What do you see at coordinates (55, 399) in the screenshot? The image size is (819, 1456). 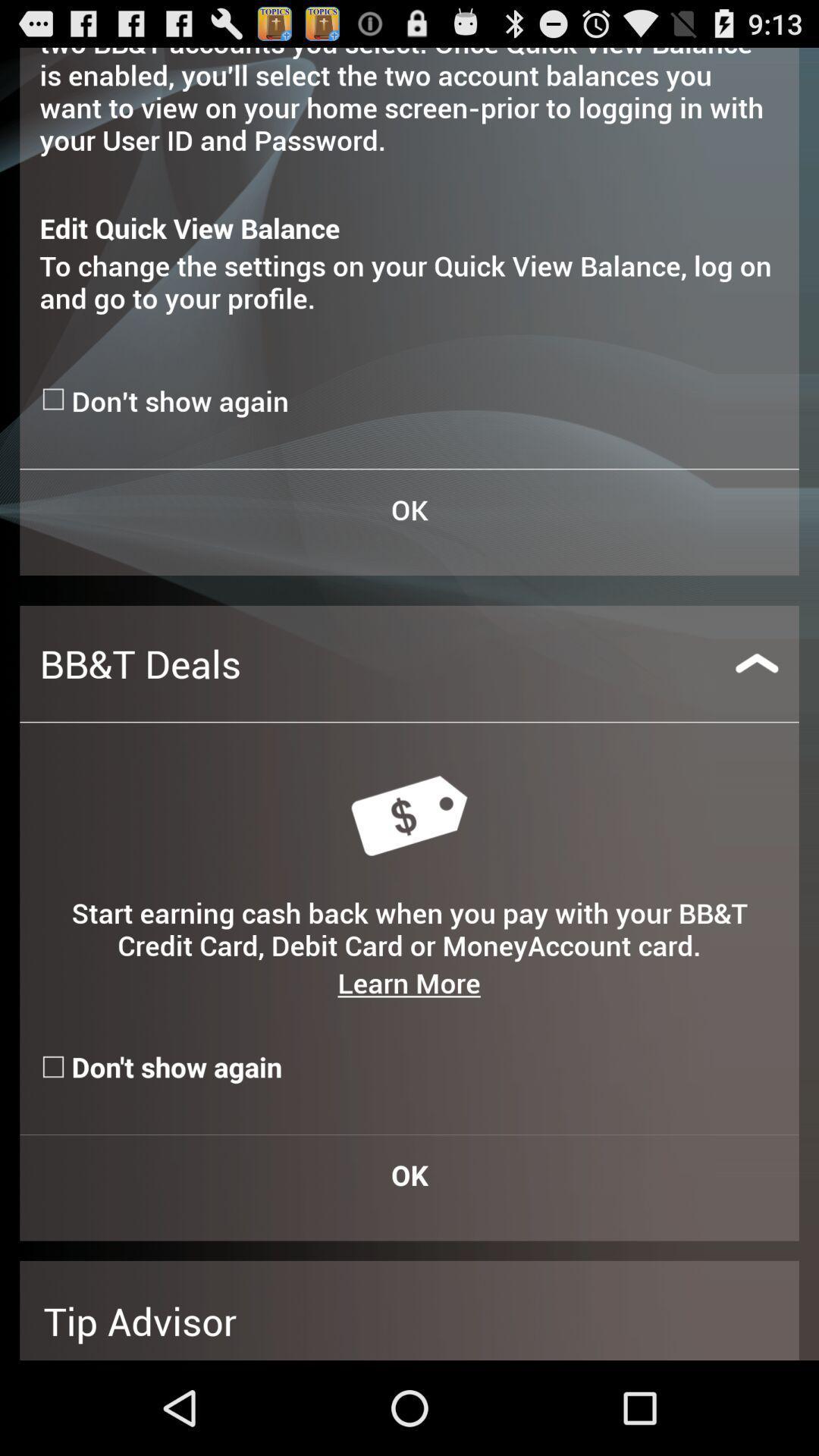 I see `do n't show message` at bounding box center [55, 399].